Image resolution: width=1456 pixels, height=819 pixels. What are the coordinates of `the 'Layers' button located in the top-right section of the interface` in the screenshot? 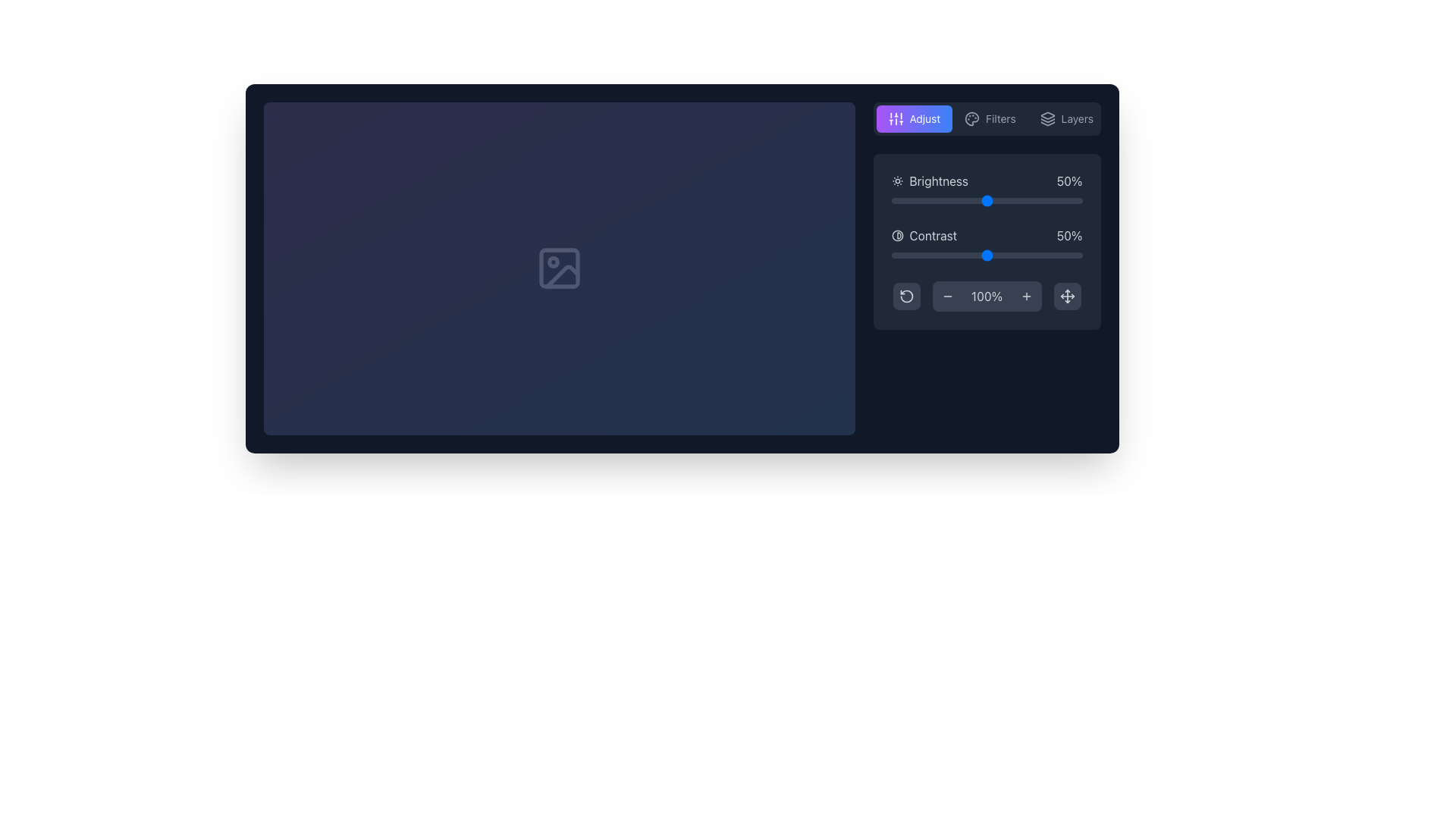 It's located at (1065, 118).